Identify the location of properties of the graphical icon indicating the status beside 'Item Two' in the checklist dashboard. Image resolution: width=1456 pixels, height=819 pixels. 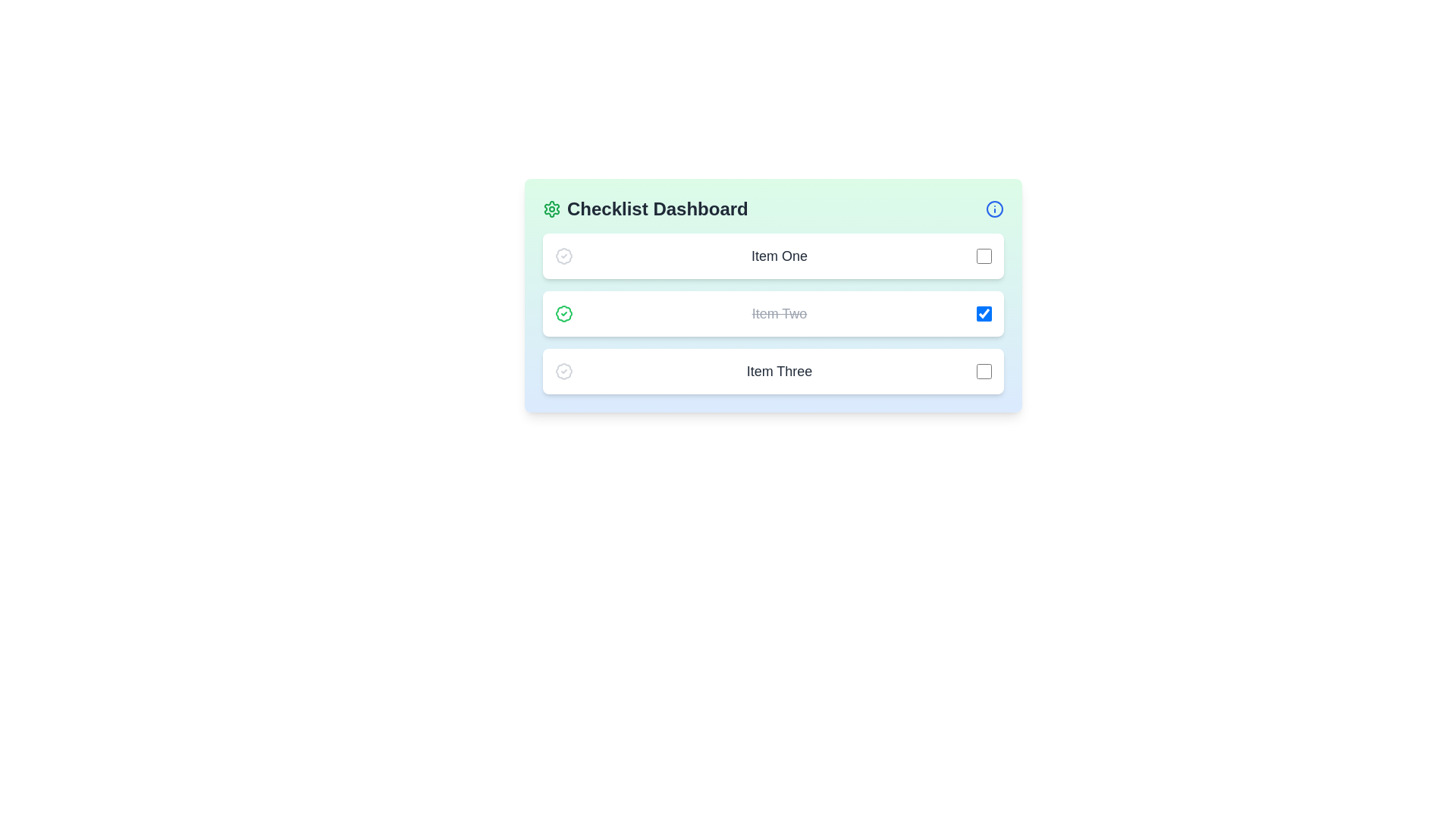
(563, 312).